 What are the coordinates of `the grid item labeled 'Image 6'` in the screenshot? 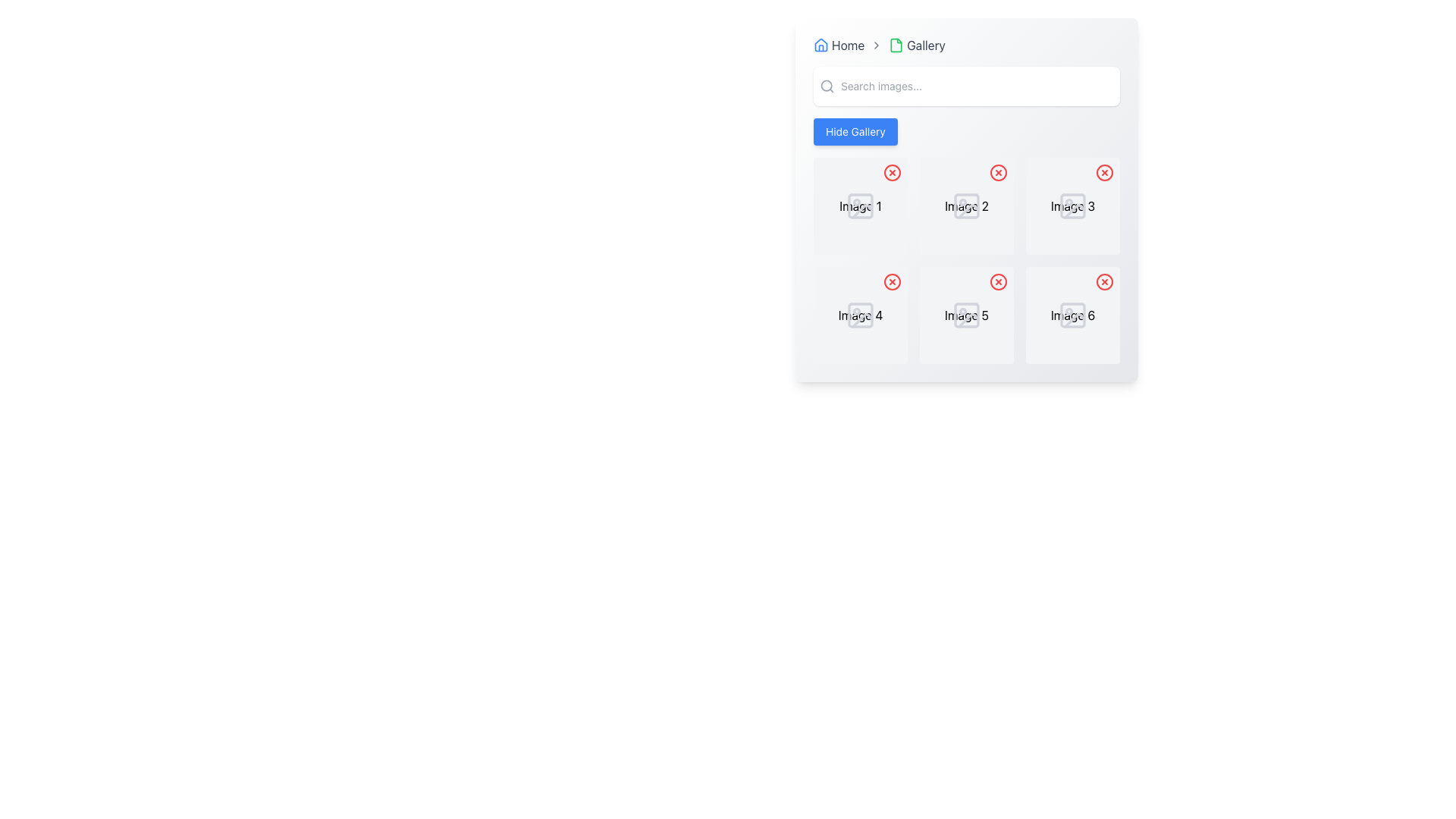 It's located at (1072, 315).